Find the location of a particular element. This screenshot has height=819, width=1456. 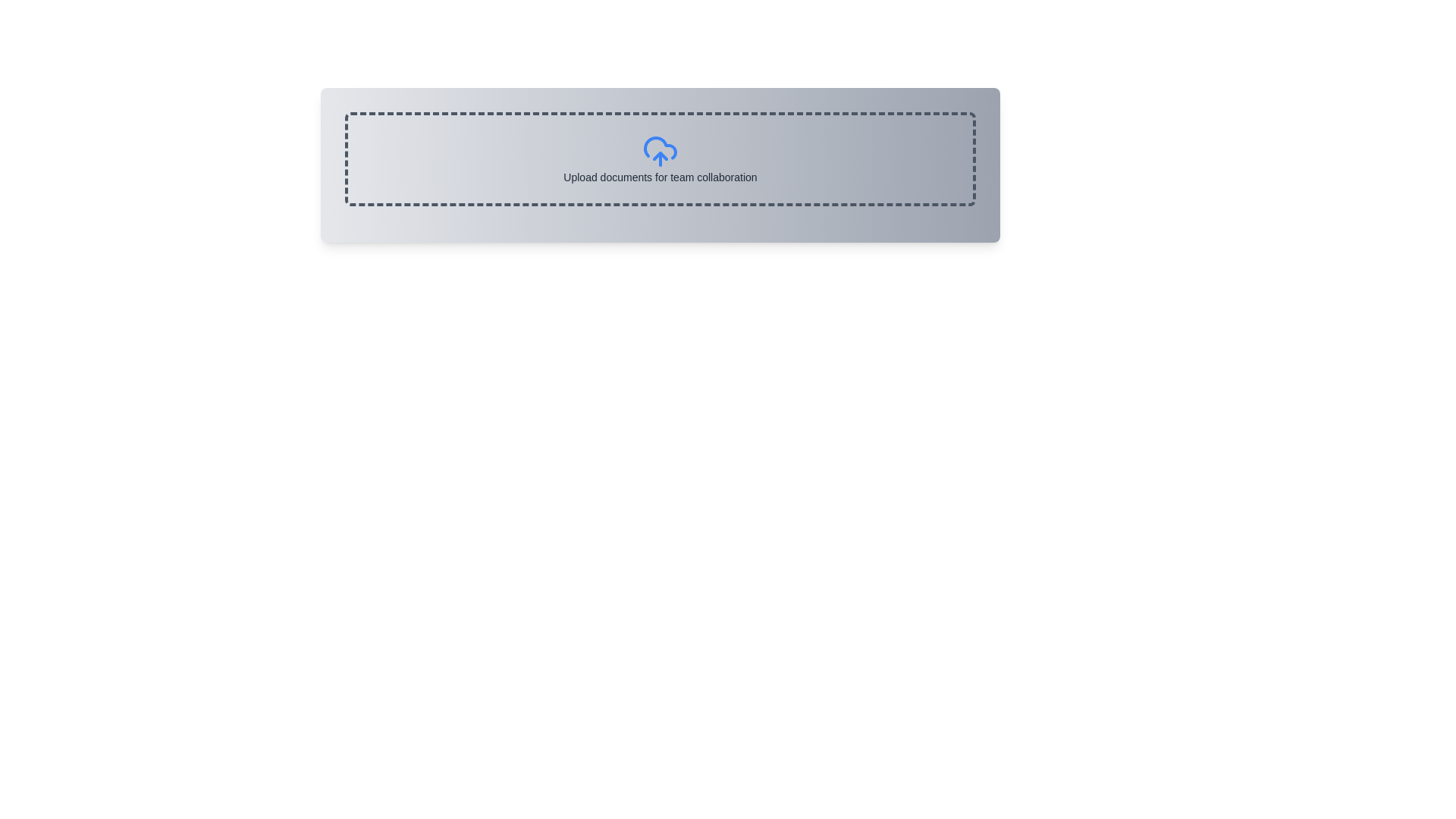

the upward arrow component of the upload icon located within the cloud icon to trigger further actions is located at coordinates (660, 155).